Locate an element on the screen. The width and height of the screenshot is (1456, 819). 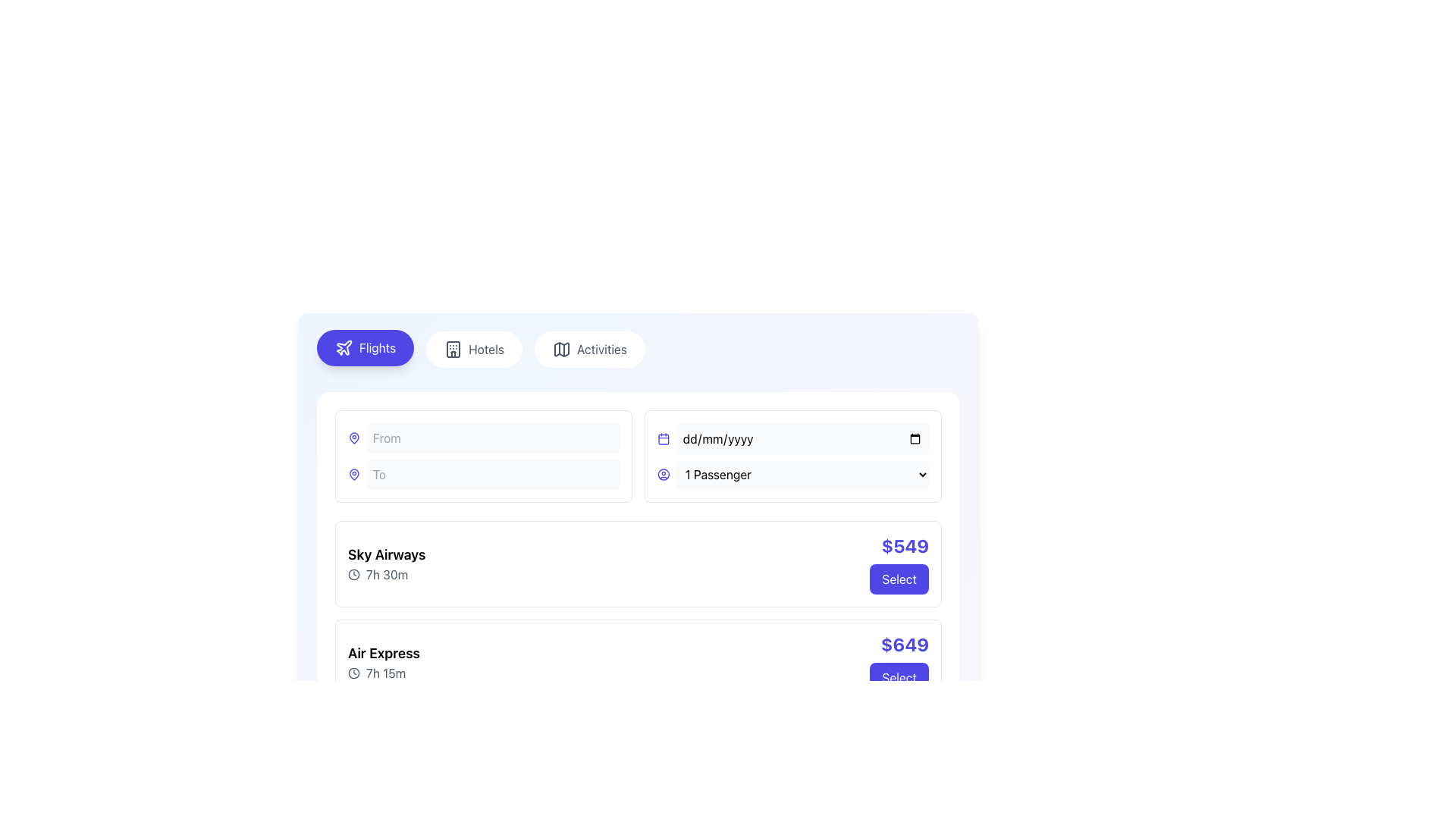
the 'Activities' button, which is a horizontally-aligned button with a white background, rounded corners, and a centered text label in gray font, featuring a map icon to the left of the text is located at coordinates (588, 350).